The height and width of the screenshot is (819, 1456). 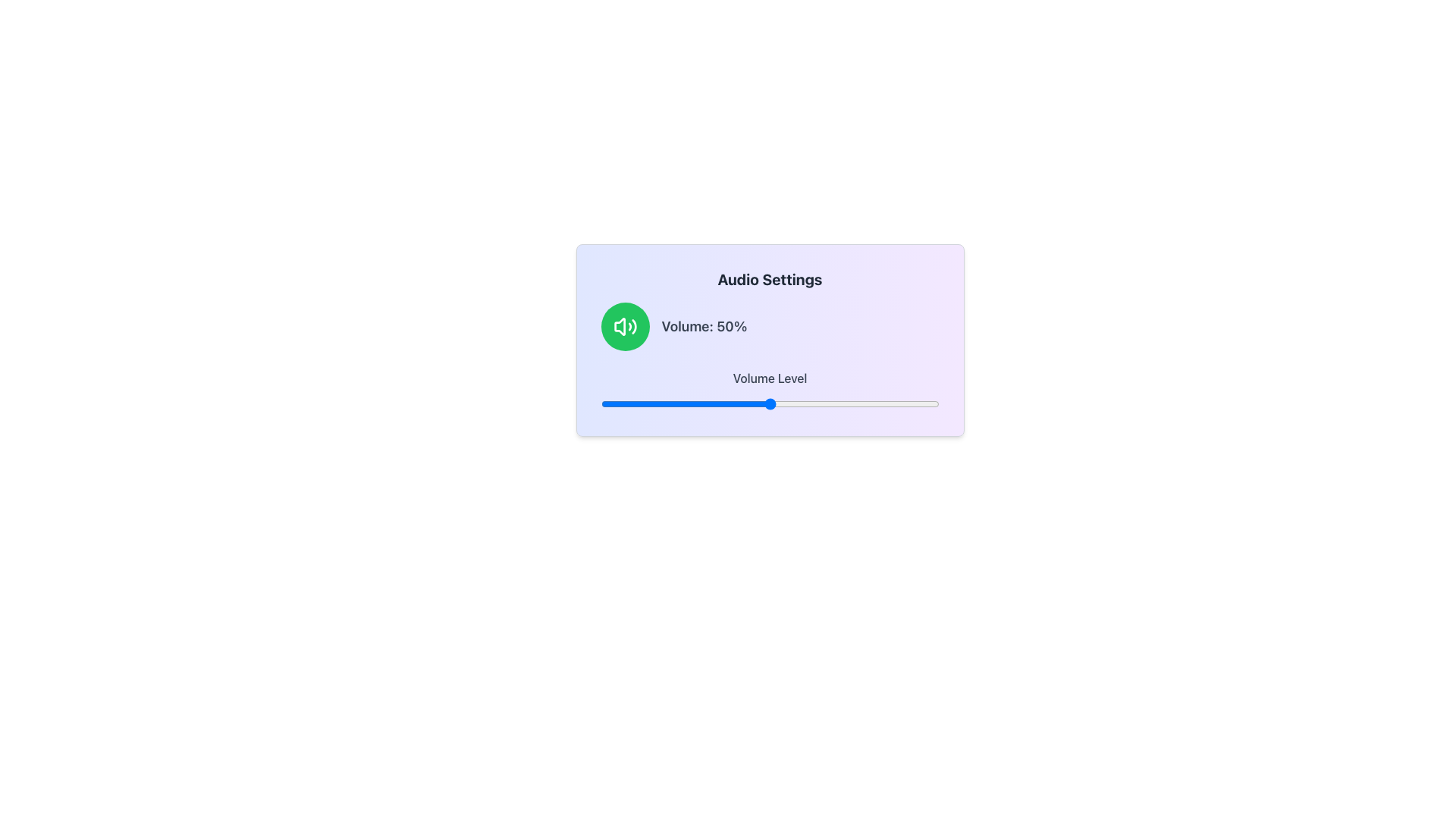 What do you see at coordinates (620, 326) in the screenshot?
I see `the audio property icon located in the top-left section of the 'Audio Settings' card, adjacent to the 'Volume: 50%' label and above the volume level slider` at bounding box center [620, 326].